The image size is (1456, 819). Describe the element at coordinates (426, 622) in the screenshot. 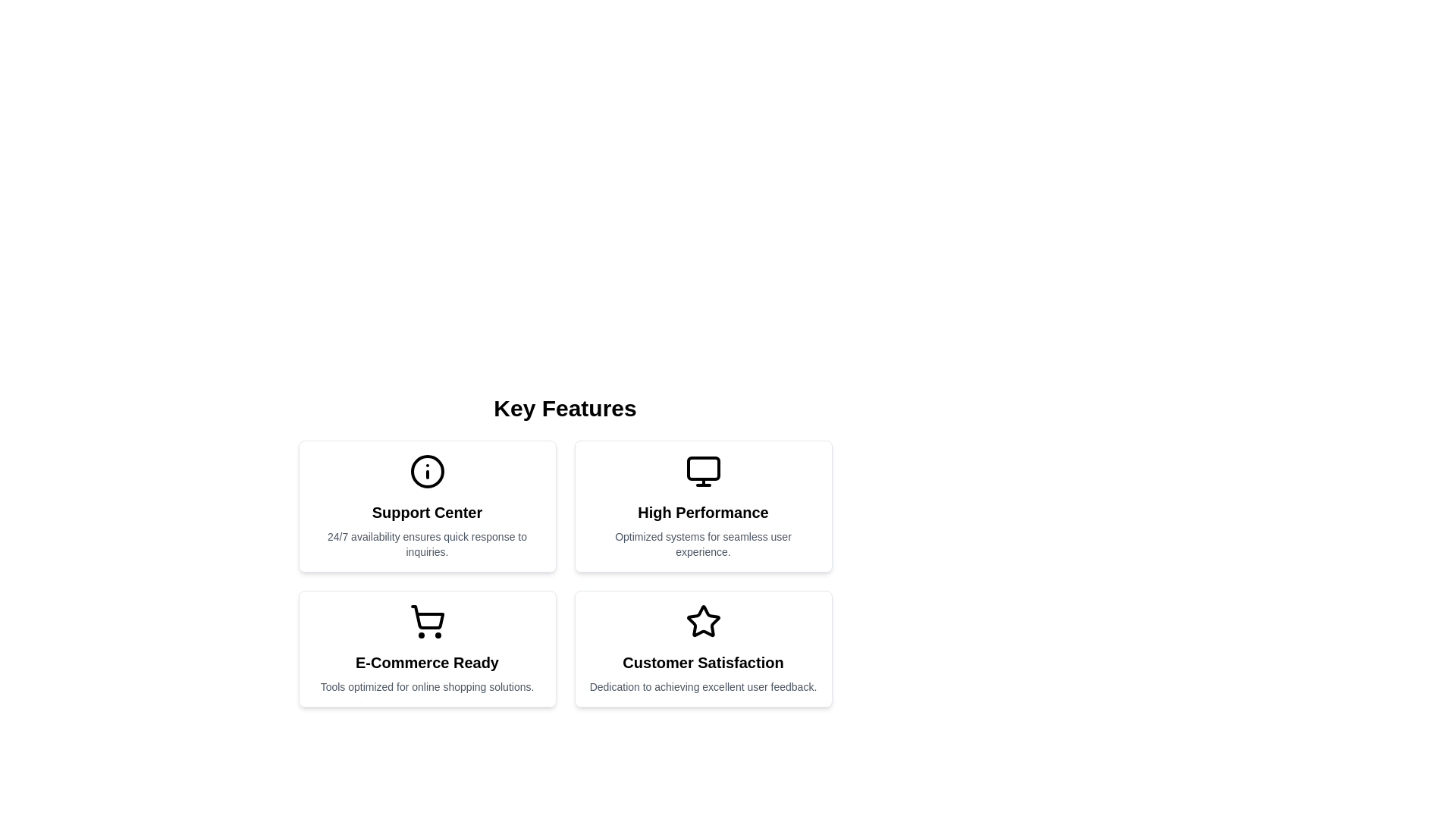

I see `the shopping cart icon, which is a minimalistic black outline design located in the second card from the left in the bottom row labeled 'E-Commerce Ready'` at that location.